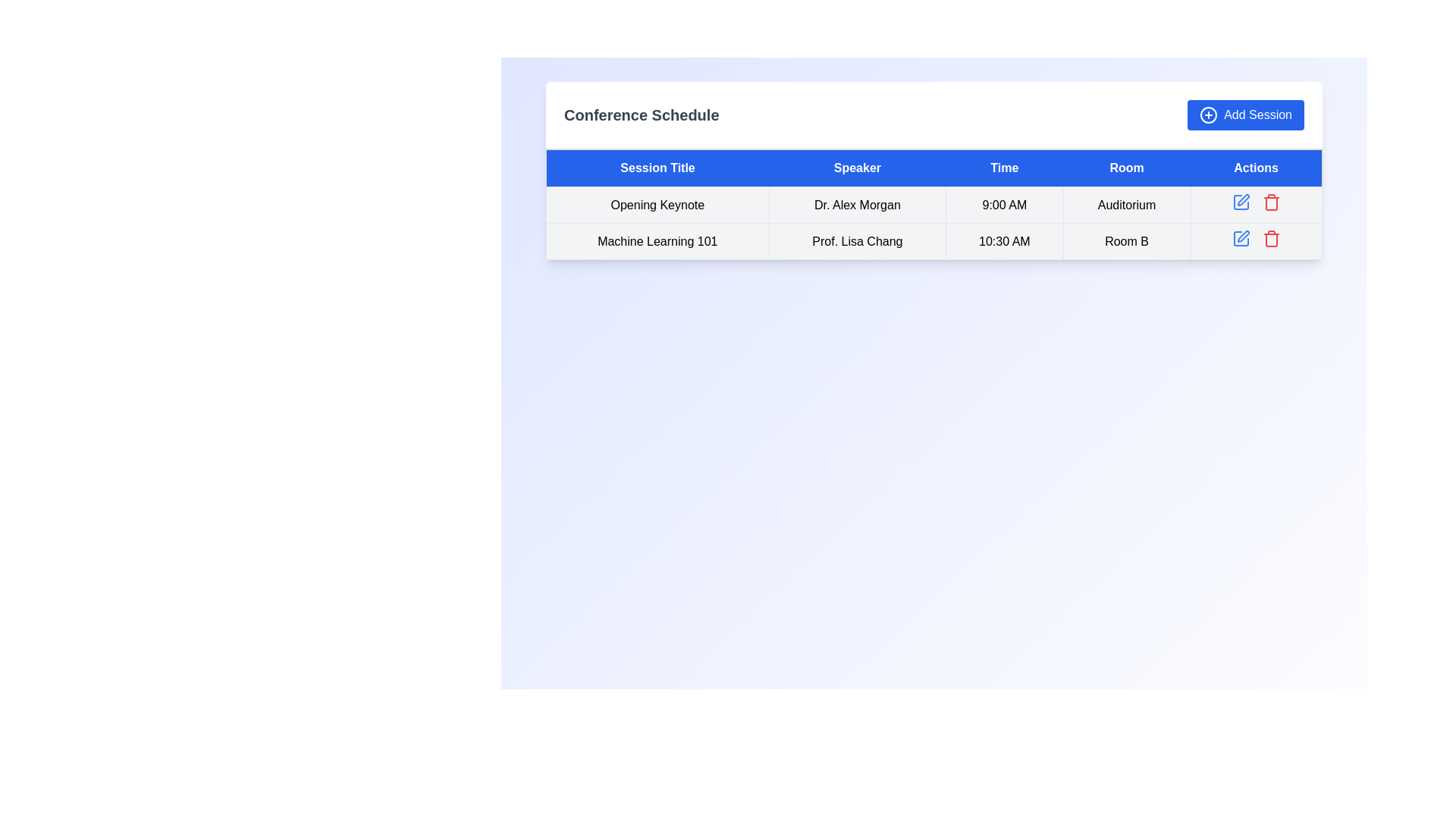 The image size is (1456, 819). Describe the element at coordinates (1256, 168) in the screenshot. I see `text of the rightmost column header in the table, which has a blue background and white text reading 'Actions'` at that location.